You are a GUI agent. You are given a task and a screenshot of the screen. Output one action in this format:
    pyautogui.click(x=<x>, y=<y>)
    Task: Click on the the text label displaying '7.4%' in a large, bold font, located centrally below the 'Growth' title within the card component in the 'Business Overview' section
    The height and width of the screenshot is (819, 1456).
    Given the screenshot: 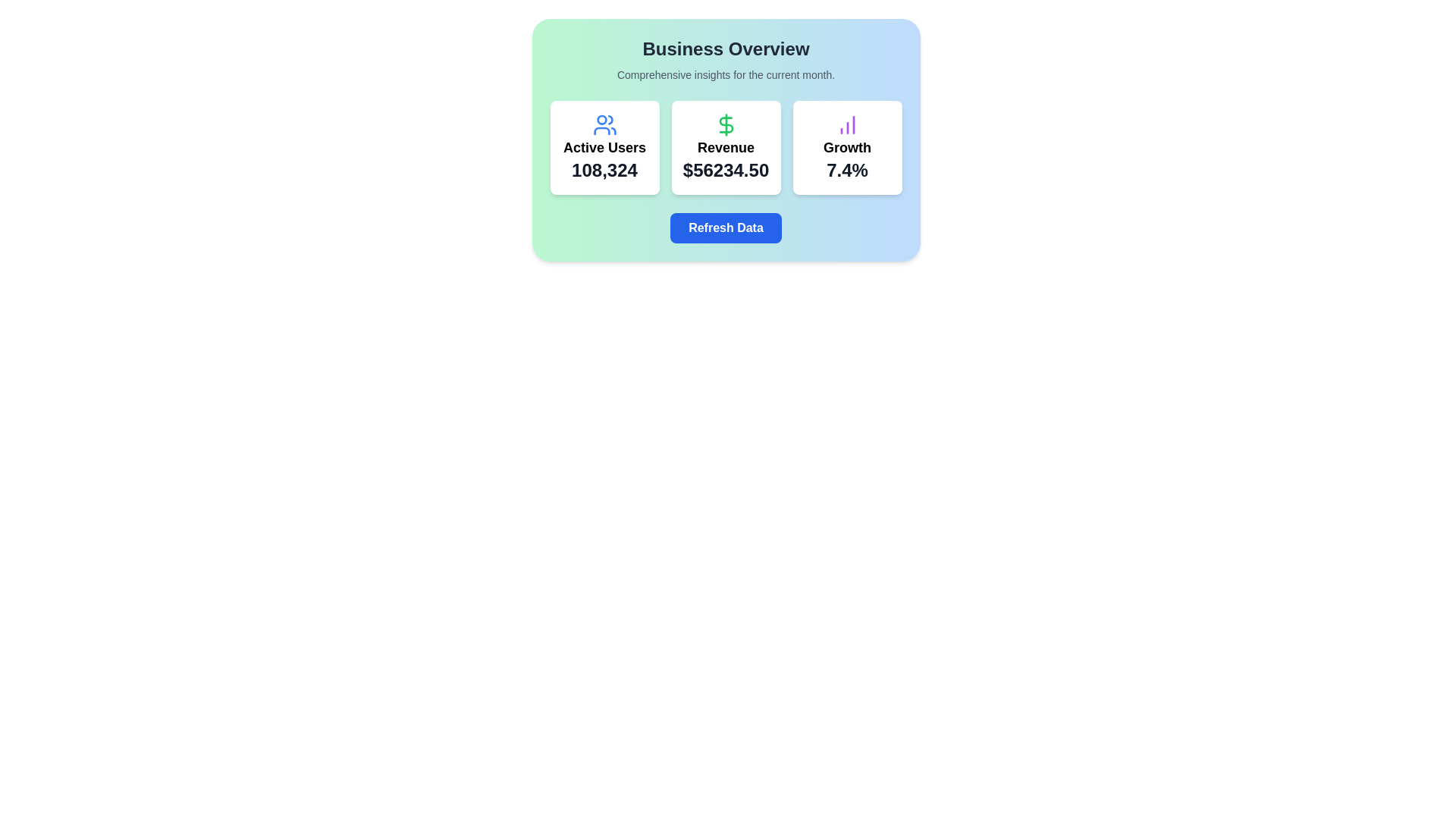 What is the action you would take?
    pyautogui.click(x=846, y=170)
    